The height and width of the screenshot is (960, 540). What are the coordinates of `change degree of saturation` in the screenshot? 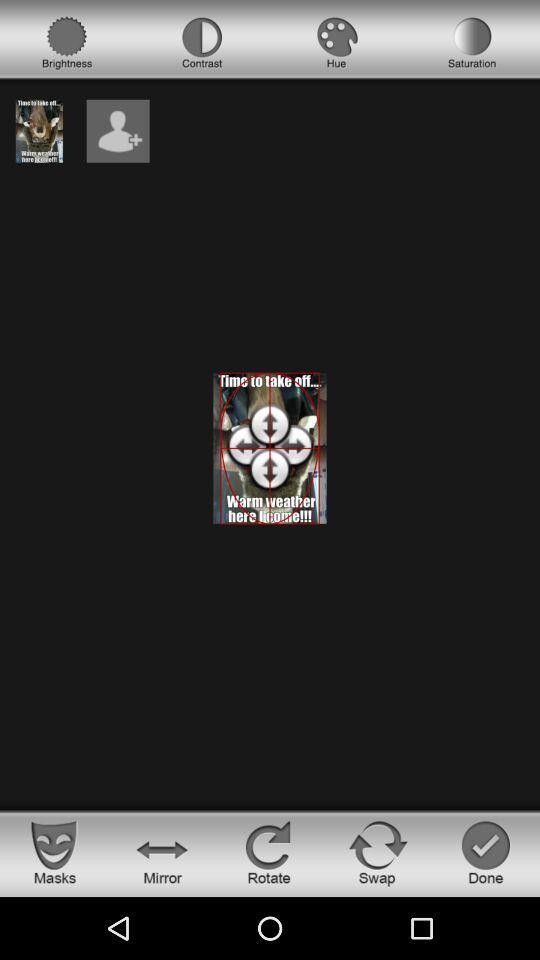 It's located at (472, 42).